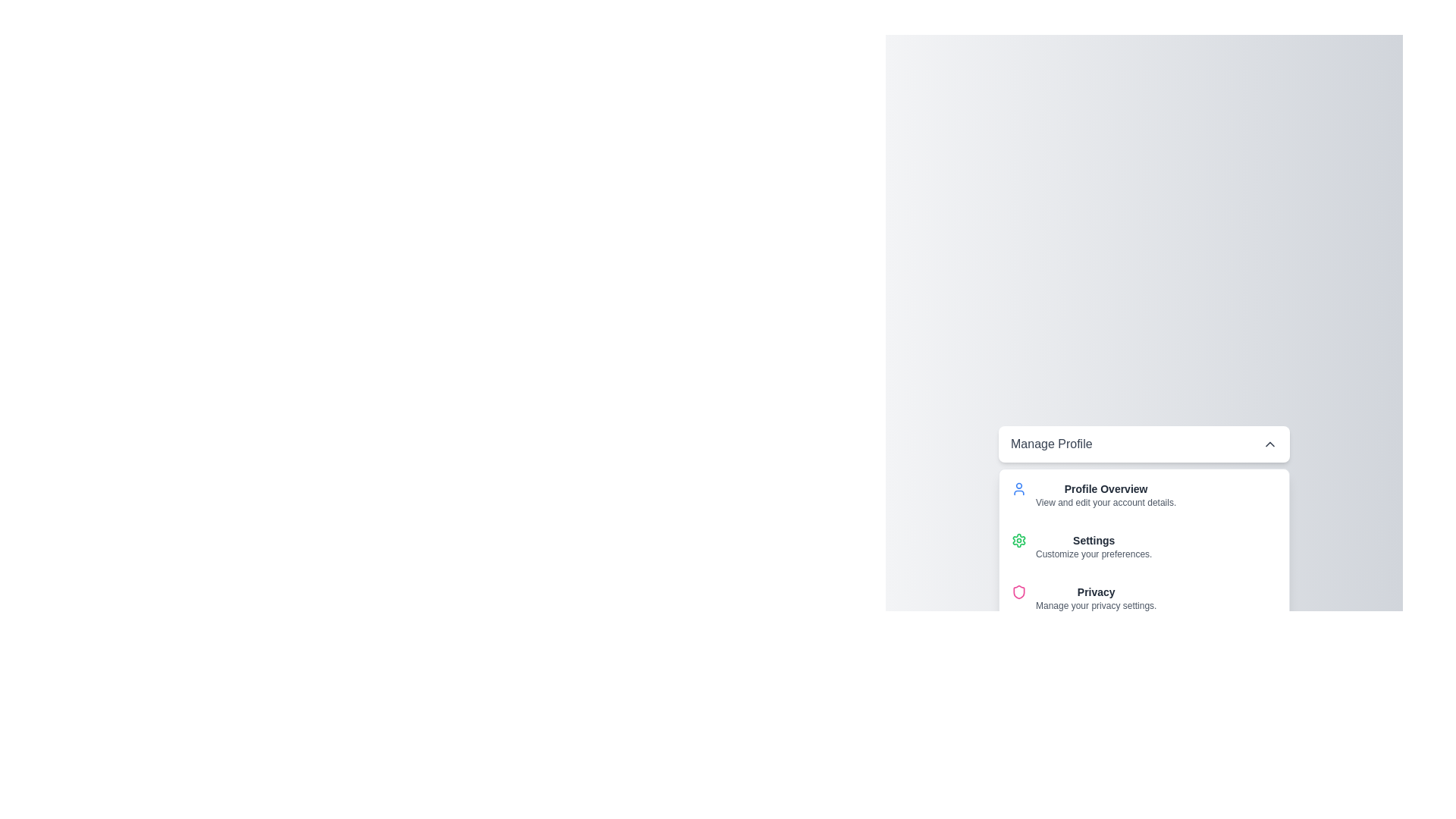 Image resolution: width=1456 pixels, height=819 pixels. What do you see at coordinates (1106, 503) in the screenshot?
I see `the text component displaying 'View and edit your account details.' located just below the 'Profile Overview' title in the 'Manage Profile' dropdown panel` at bounding box center [1106, 503].